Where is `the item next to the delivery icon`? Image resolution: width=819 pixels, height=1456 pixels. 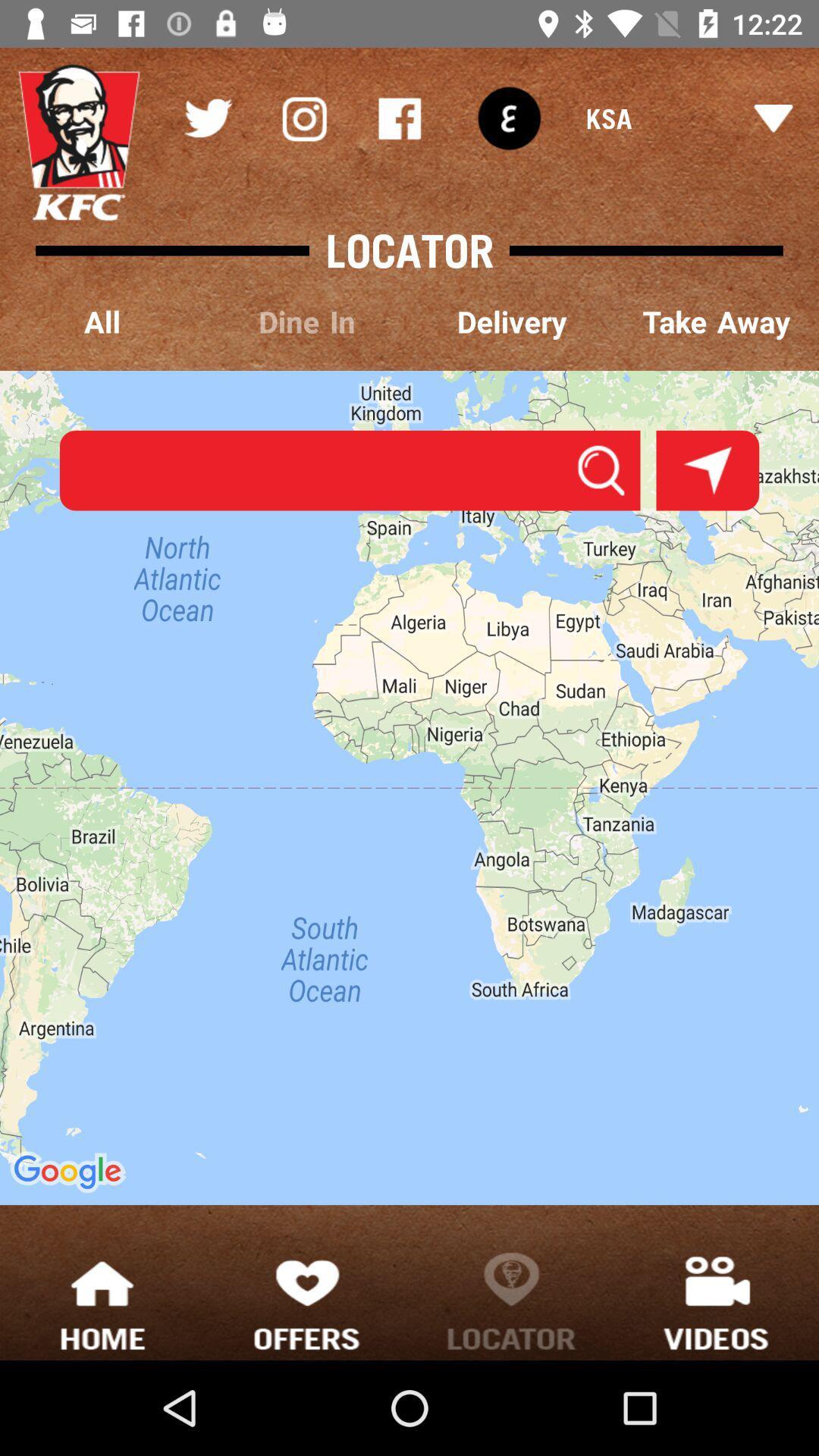
the item next to the delivery icon is located at coordinates (307, 322).